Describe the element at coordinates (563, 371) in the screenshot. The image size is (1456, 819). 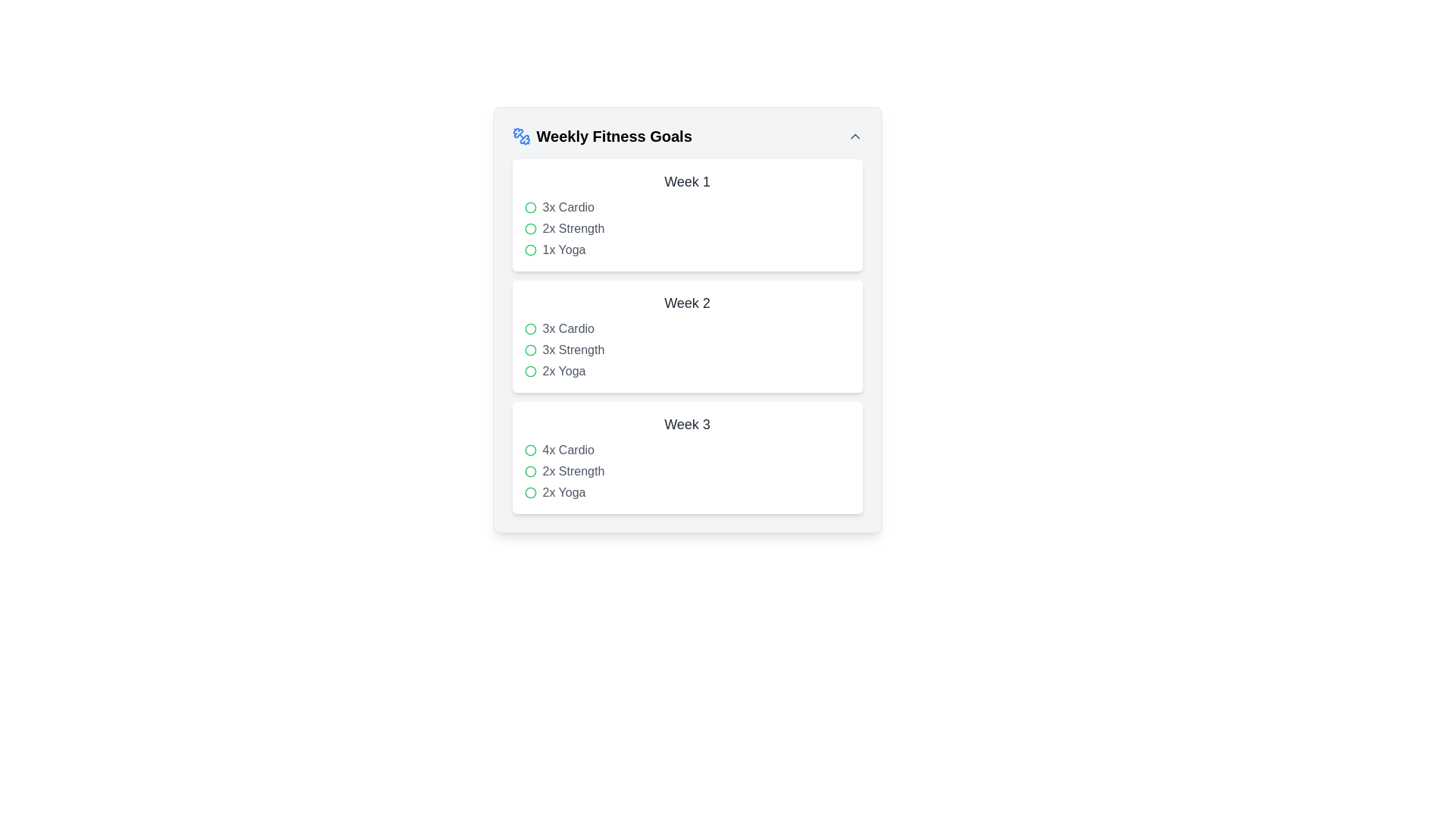
I see `information from the text label '2x Yoga' styled in gray font, which is the third item in the weekly fitness goals list under the 'Week 2' heading` at that location.